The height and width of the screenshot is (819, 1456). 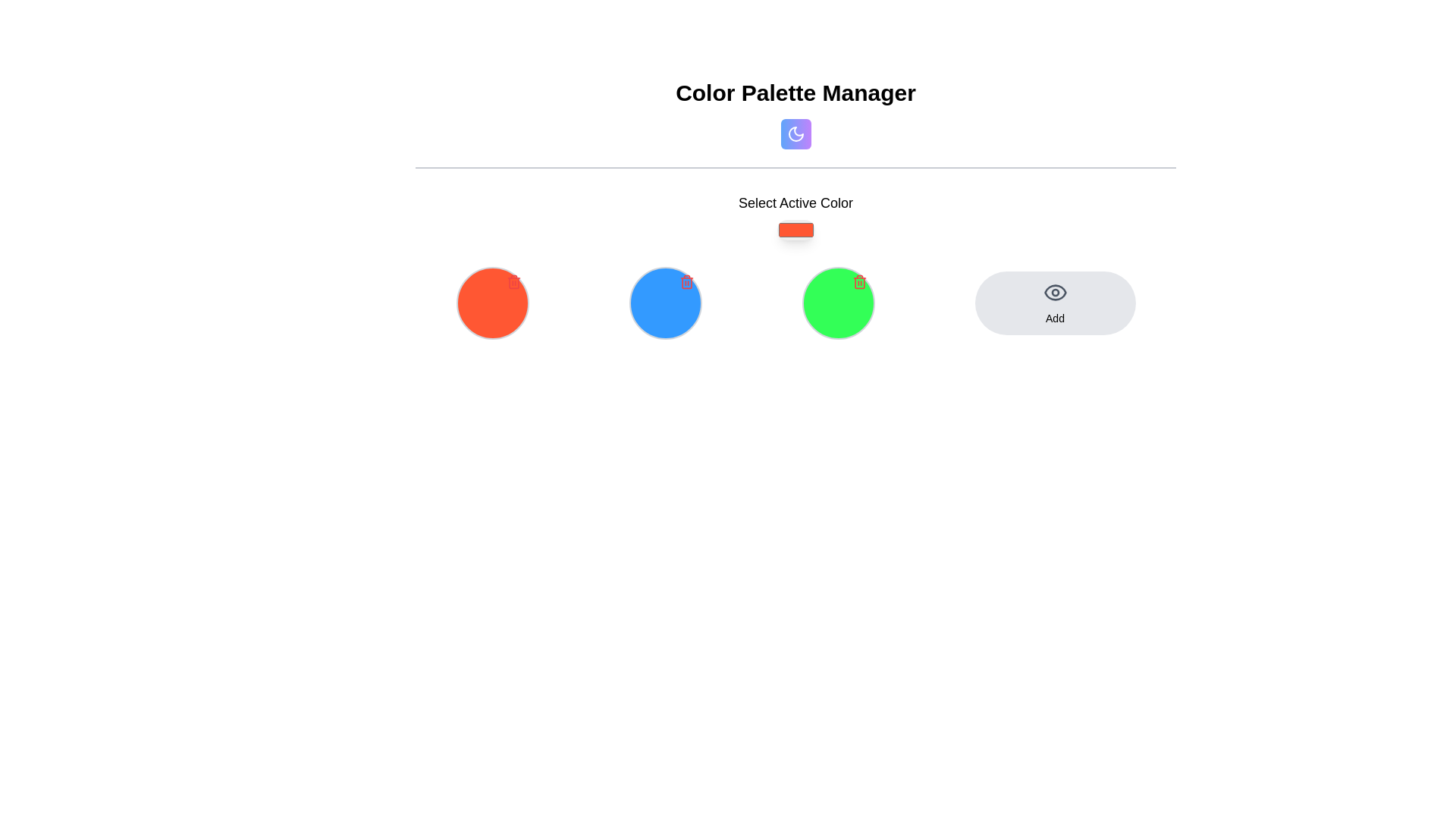 What do you see at coordinates (859, 281) in the screenshot?
I see `the trash can icon button located at the top-right corner of the circular green button` at bounding box center [859, 281].